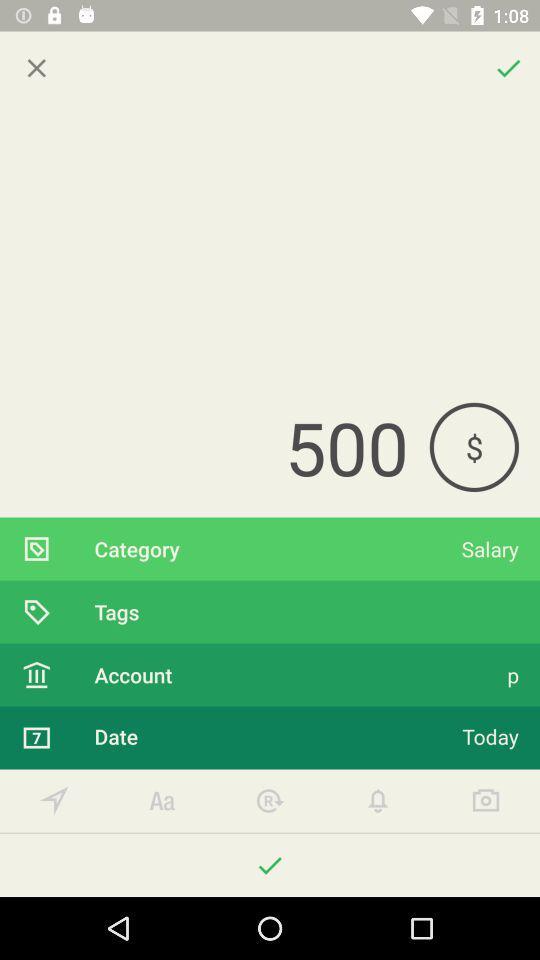 The image size is (540, 960). I want to click on turn on camera, so click(485, 801).